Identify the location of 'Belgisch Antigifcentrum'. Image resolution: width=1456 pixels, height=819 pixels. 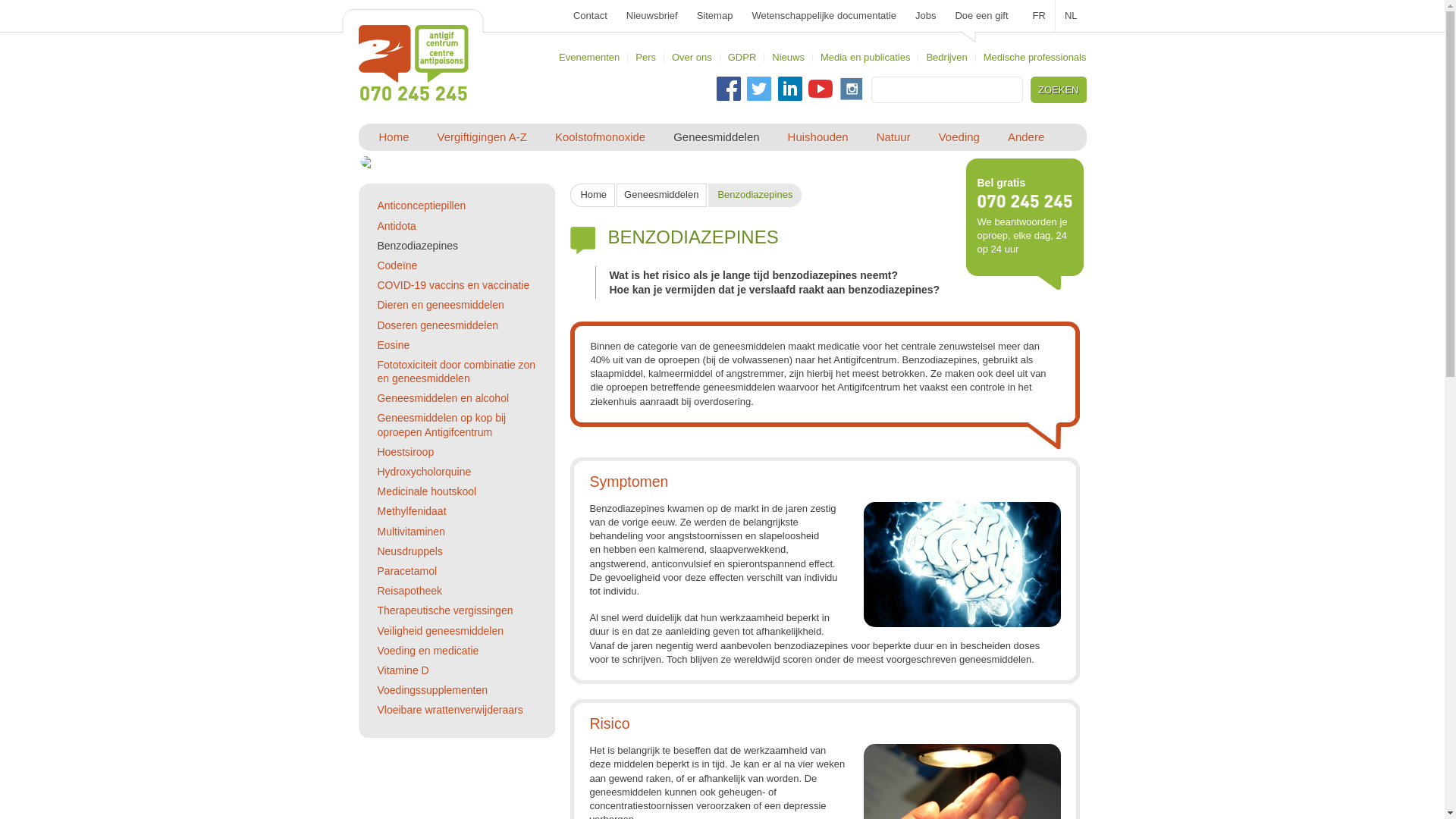
(413, 62).